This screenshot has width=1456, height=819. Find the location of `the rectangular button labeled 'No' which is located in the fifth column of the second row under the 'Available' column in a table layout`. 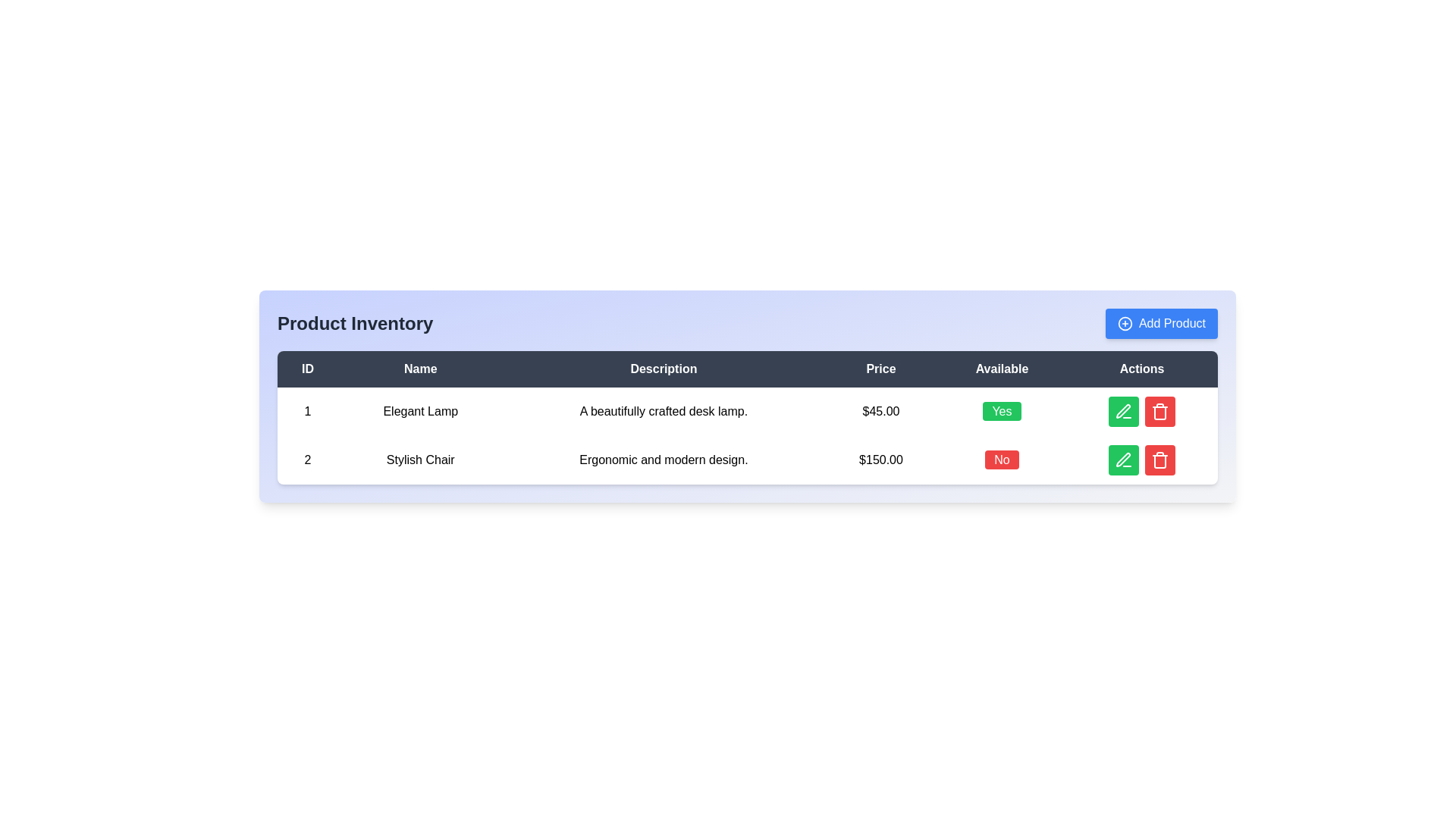

the rectangular button labeled 'No' which is located in the fifth column of the second row under the 'Available' column in a table layout is located at coordinates (1002, 459).